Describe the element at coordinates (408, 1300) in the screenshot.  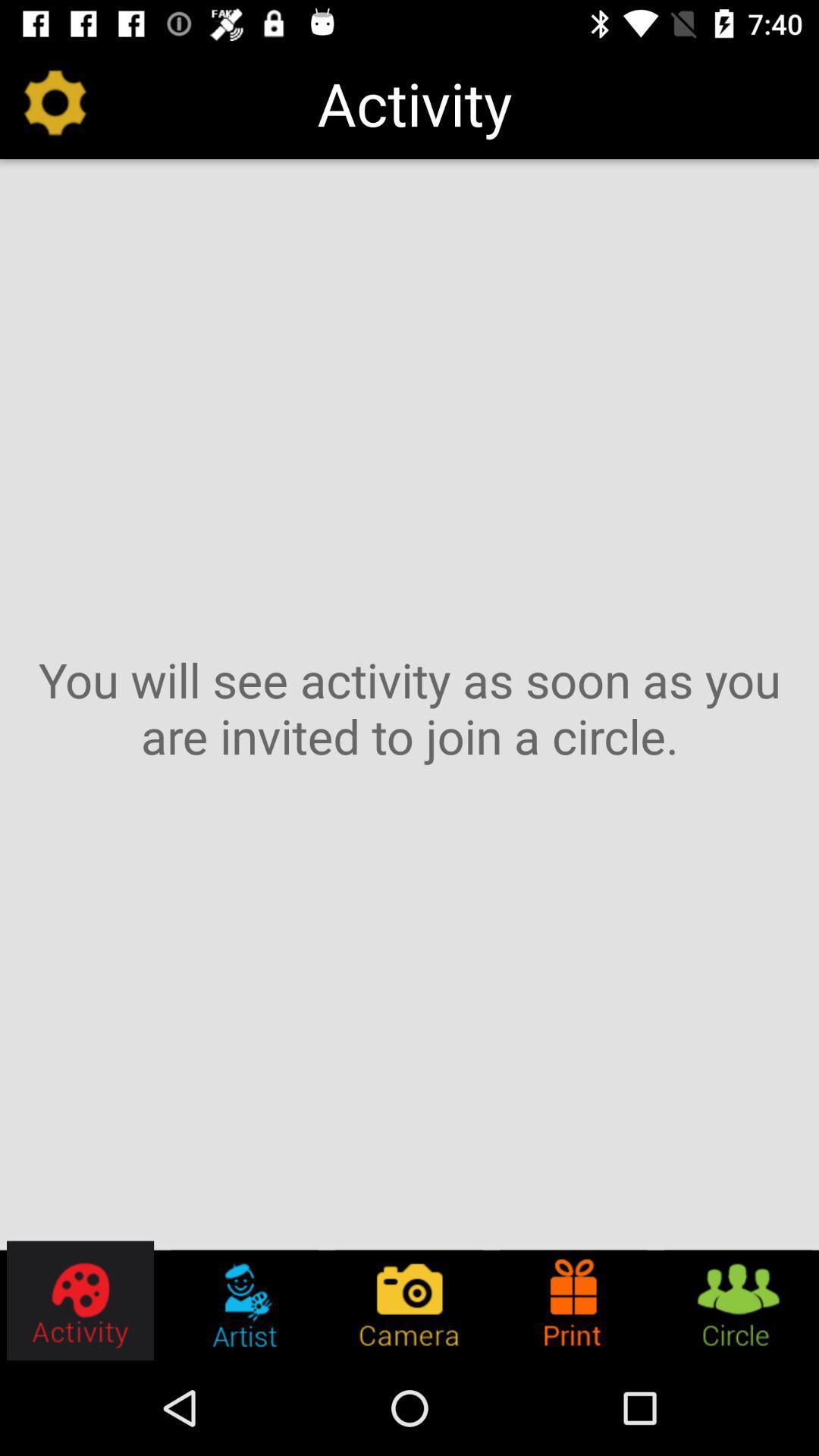
I see `the icon below you will see item` at that location.